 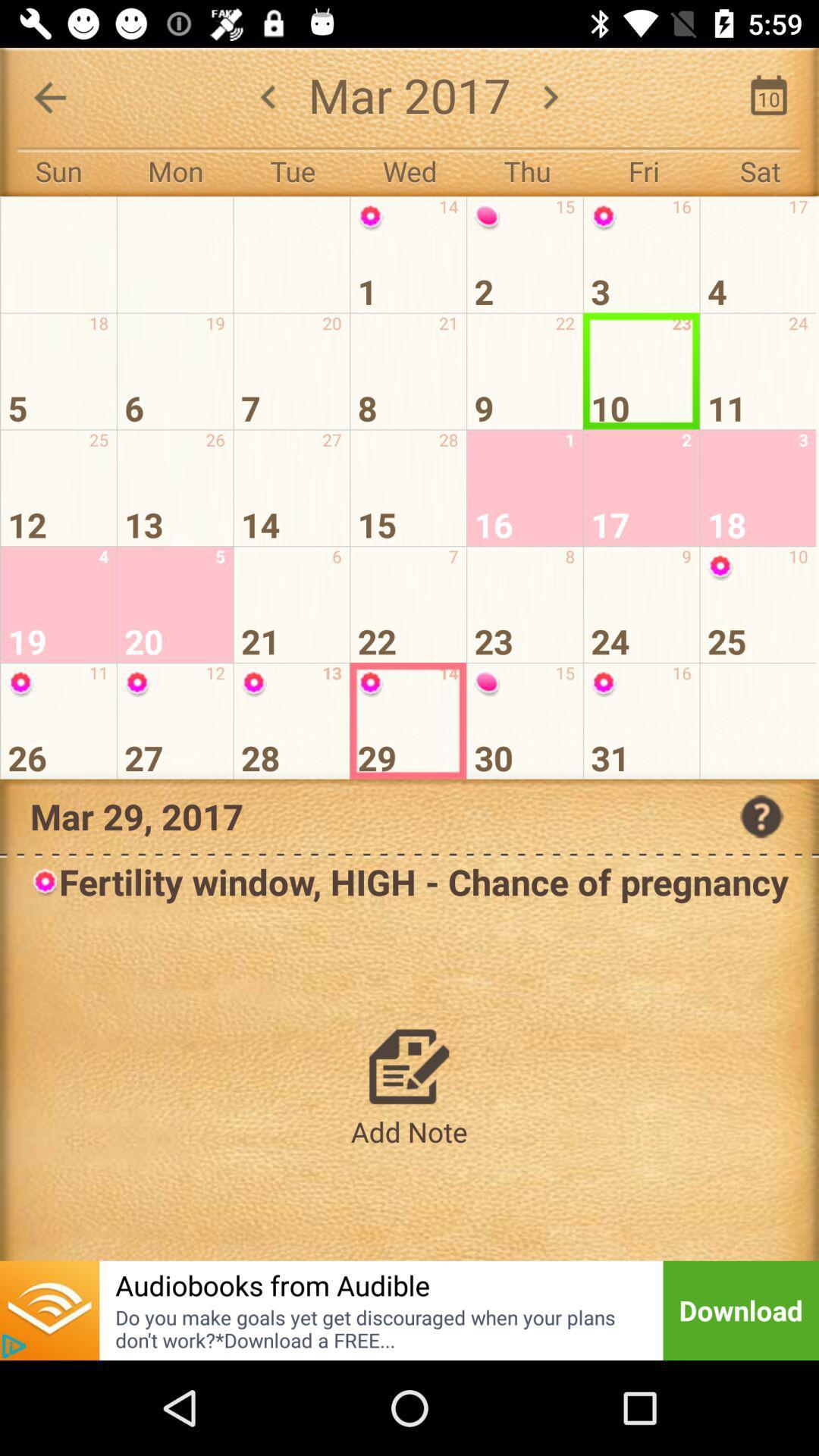 What do you see at coordinates (14, 1346) in the screenshot?
I see `the play icon` at bounding box center [14, 1346].